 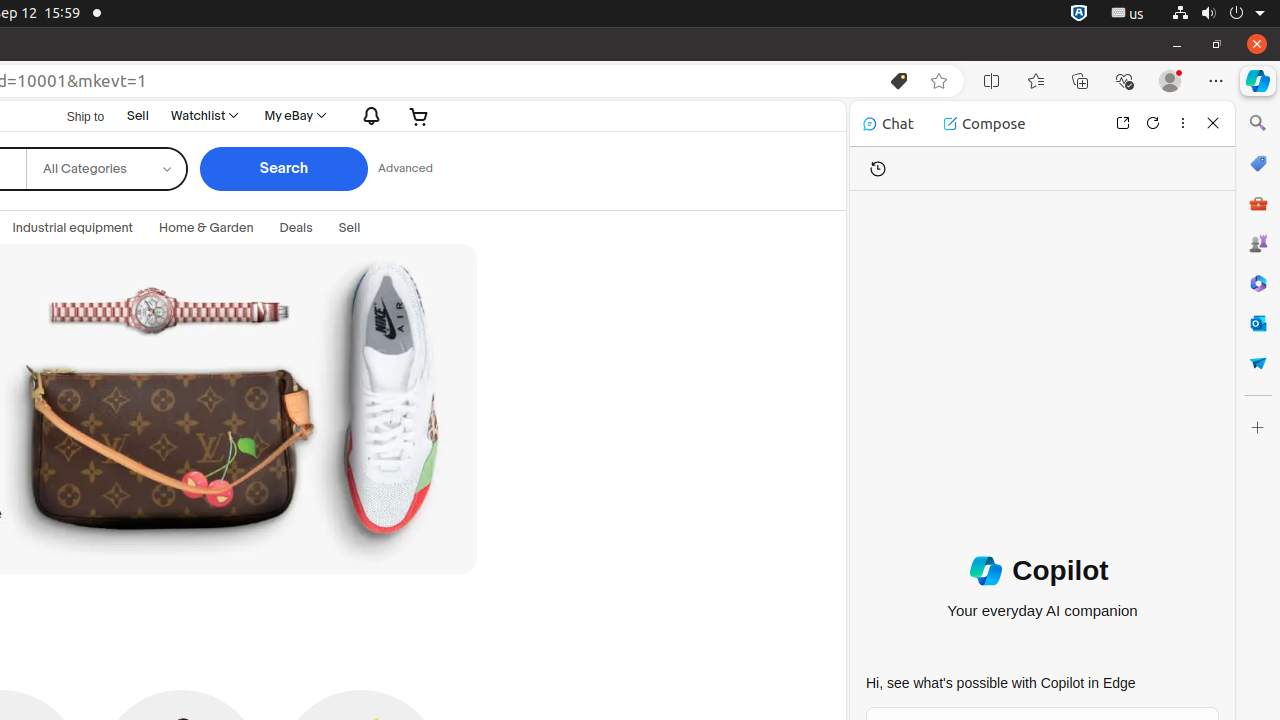 What do you see at coordinates (1256, 321) in the screenshot?
I see `'Outlook'` at bounding box center [1256, 321].